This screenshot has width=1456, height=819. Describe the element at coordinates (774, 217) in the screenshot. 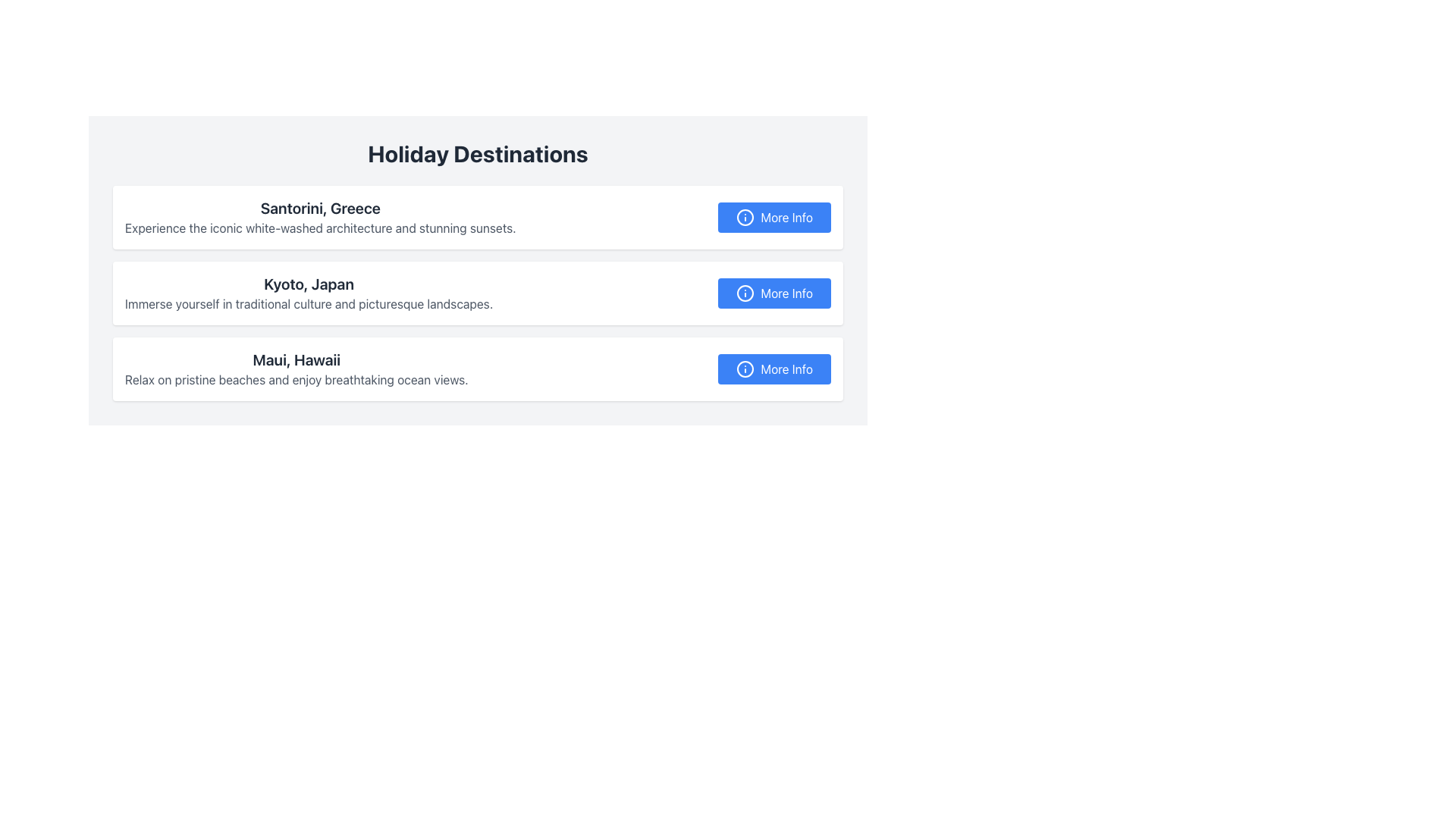

I see `the button located in the topmost card of a vertical stack of three, positioned to the right of the text description of 'Santorini, Greece'` at that location.